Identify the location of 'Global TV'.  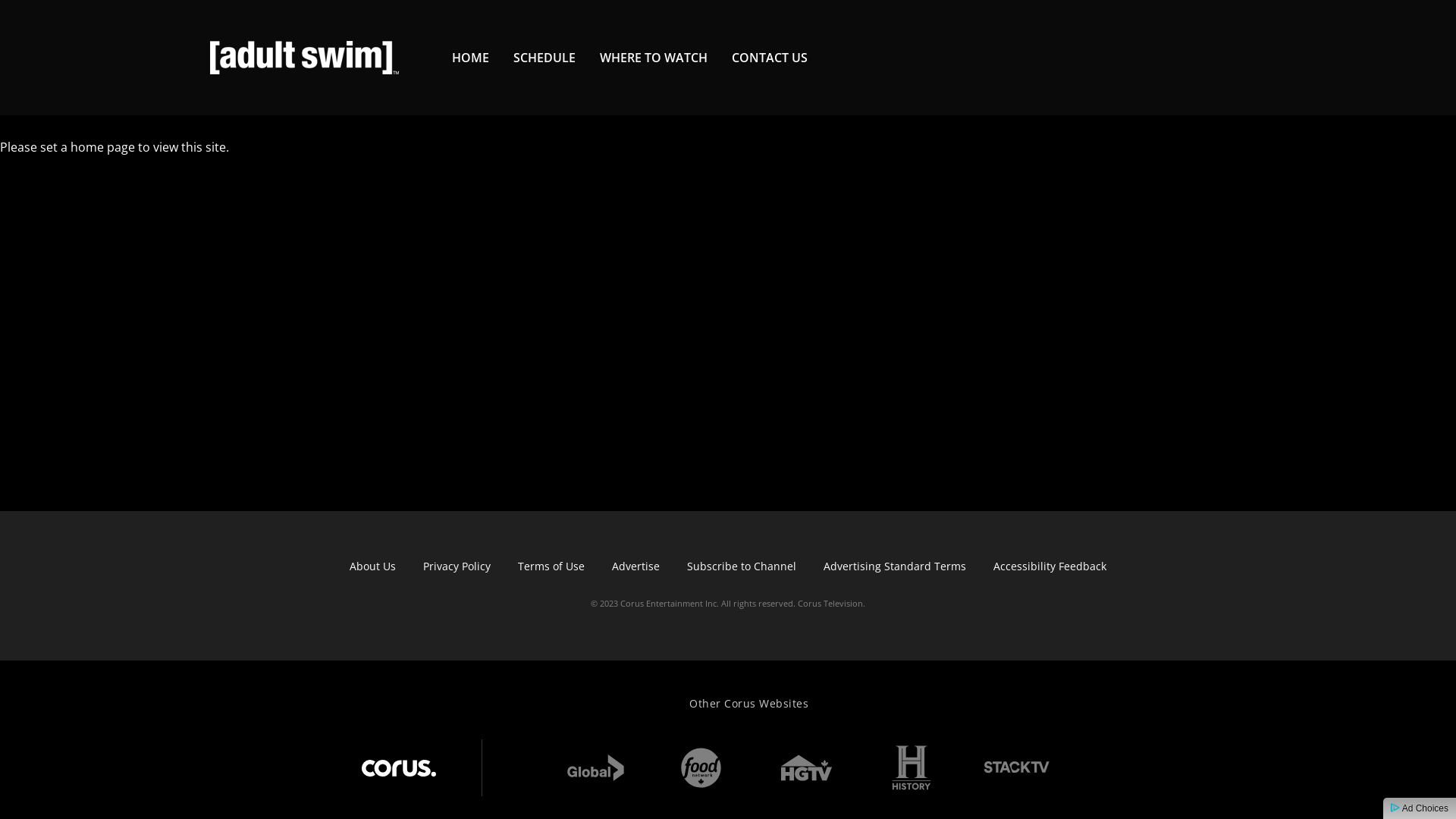
(595, 767).